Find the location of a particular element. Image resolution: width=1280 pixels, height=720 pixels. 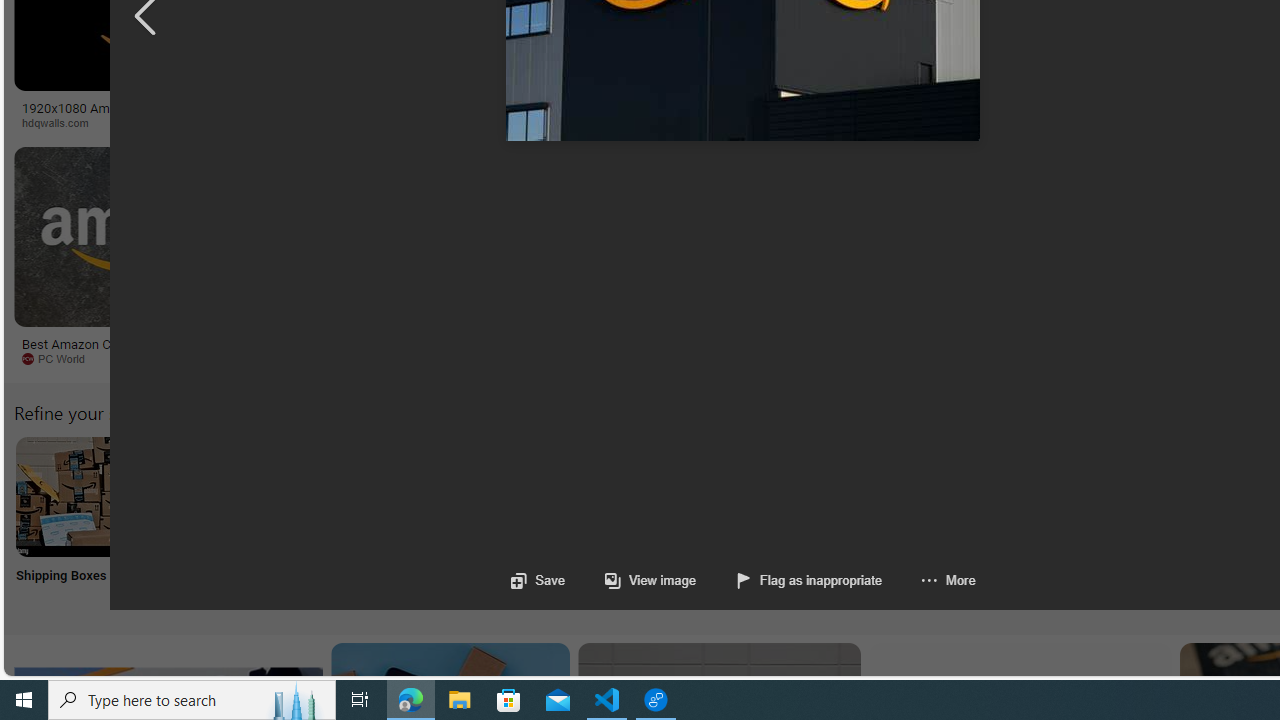

'PC World' is located at coordinates (60, 357).